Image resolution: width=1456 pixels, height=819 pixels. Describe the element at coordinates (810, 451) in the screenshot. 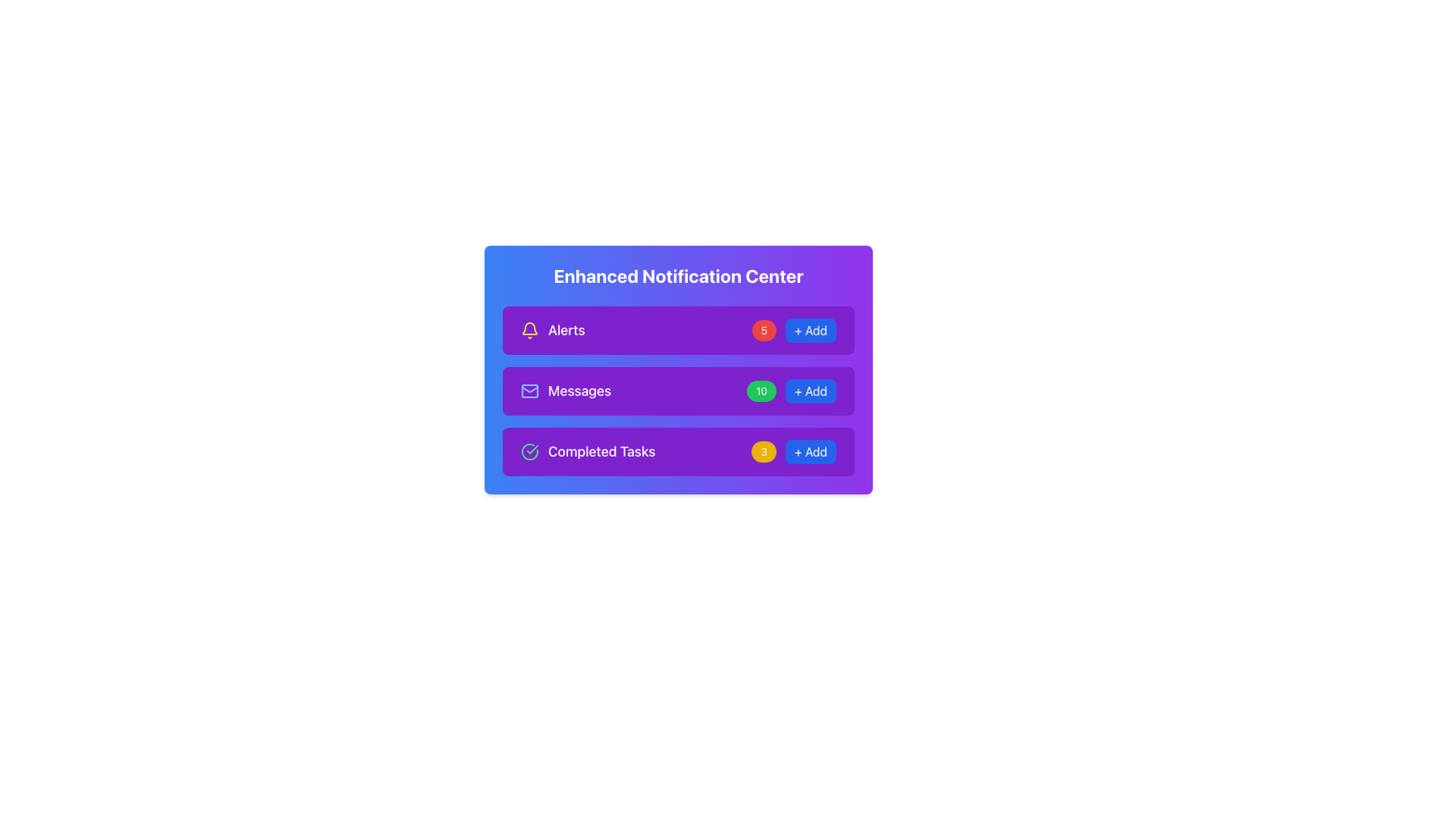

I see `the button located in the 'Completed Tasks' section to the far right of the '3' indicator, which initiates an addition action for a new task` at that location.